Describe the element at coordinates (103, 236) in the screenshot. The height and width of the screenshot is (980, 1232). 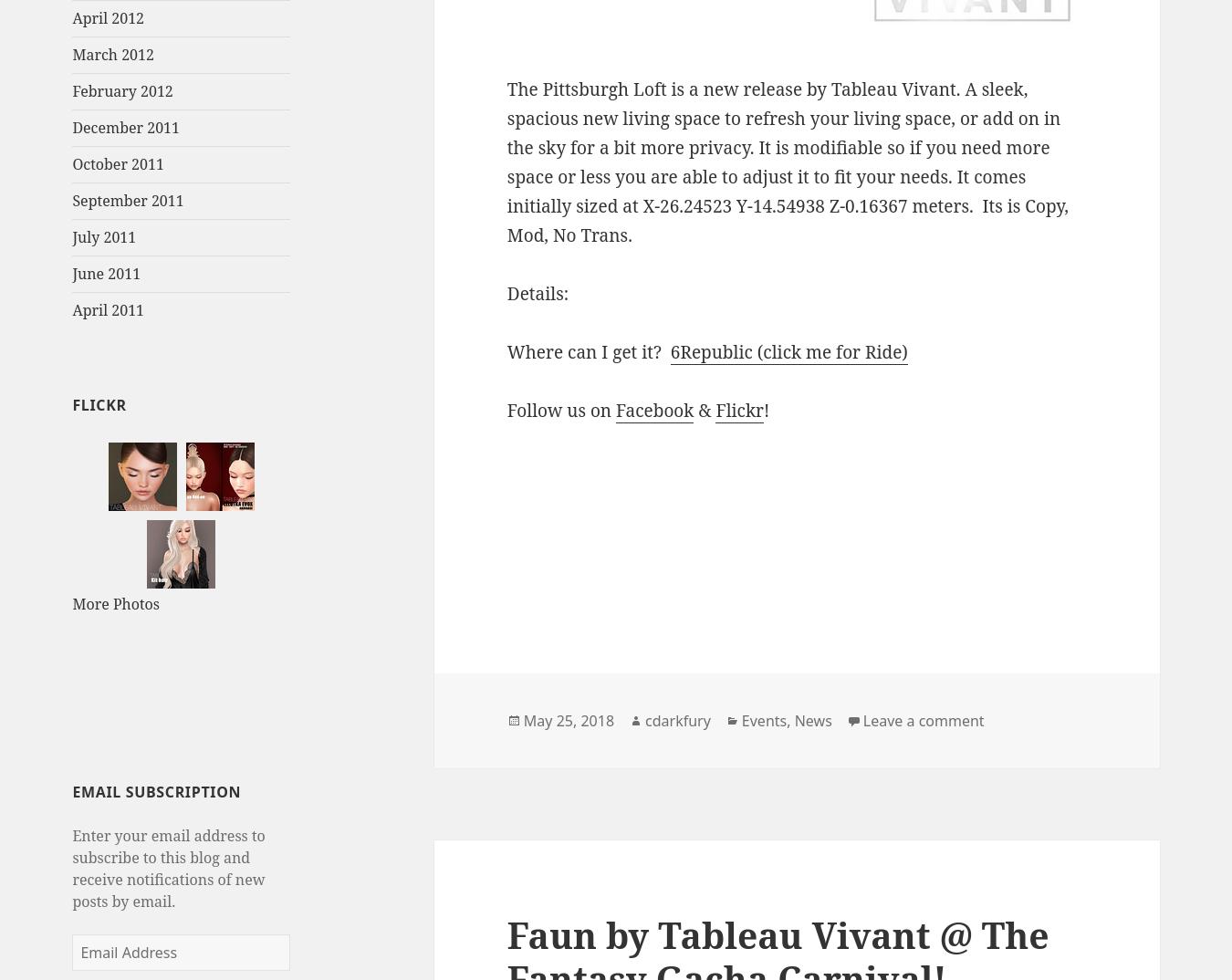
I see `'July 2011'` at that location.